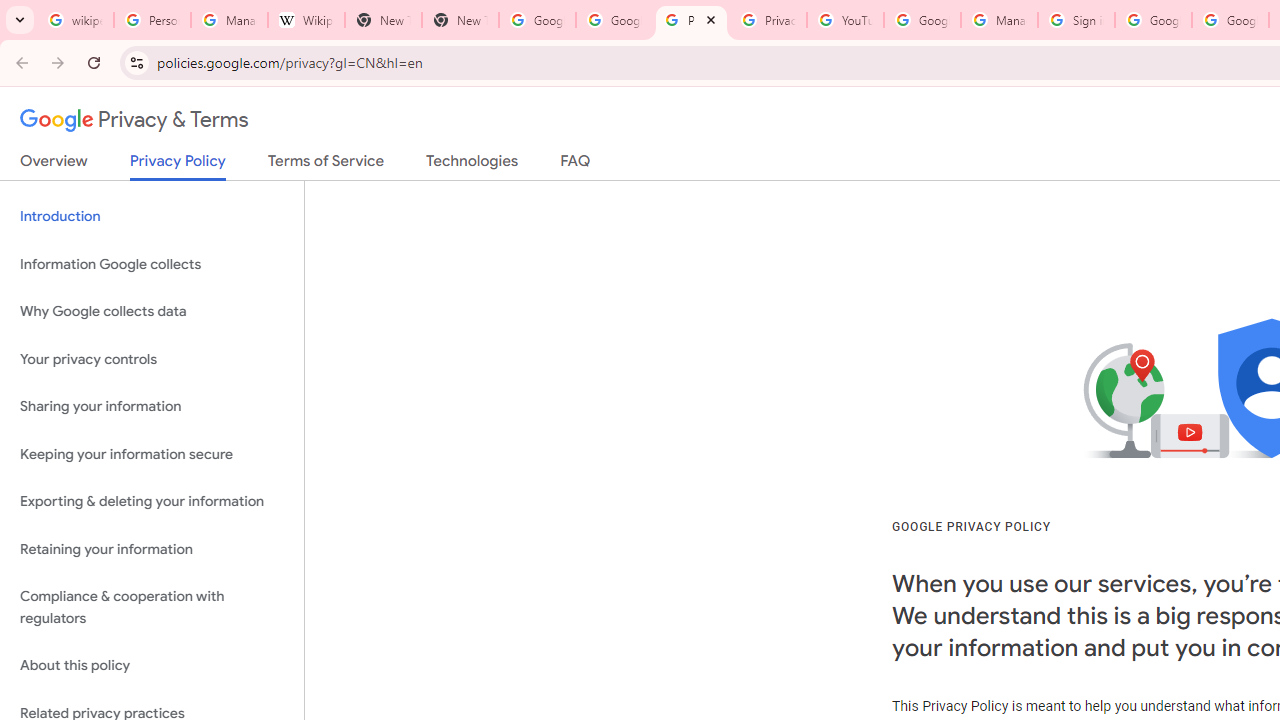 This screenshot has height=720, width=1280. I want to click on 'Manage your Location History - Google Search Help', so click(229, 20).